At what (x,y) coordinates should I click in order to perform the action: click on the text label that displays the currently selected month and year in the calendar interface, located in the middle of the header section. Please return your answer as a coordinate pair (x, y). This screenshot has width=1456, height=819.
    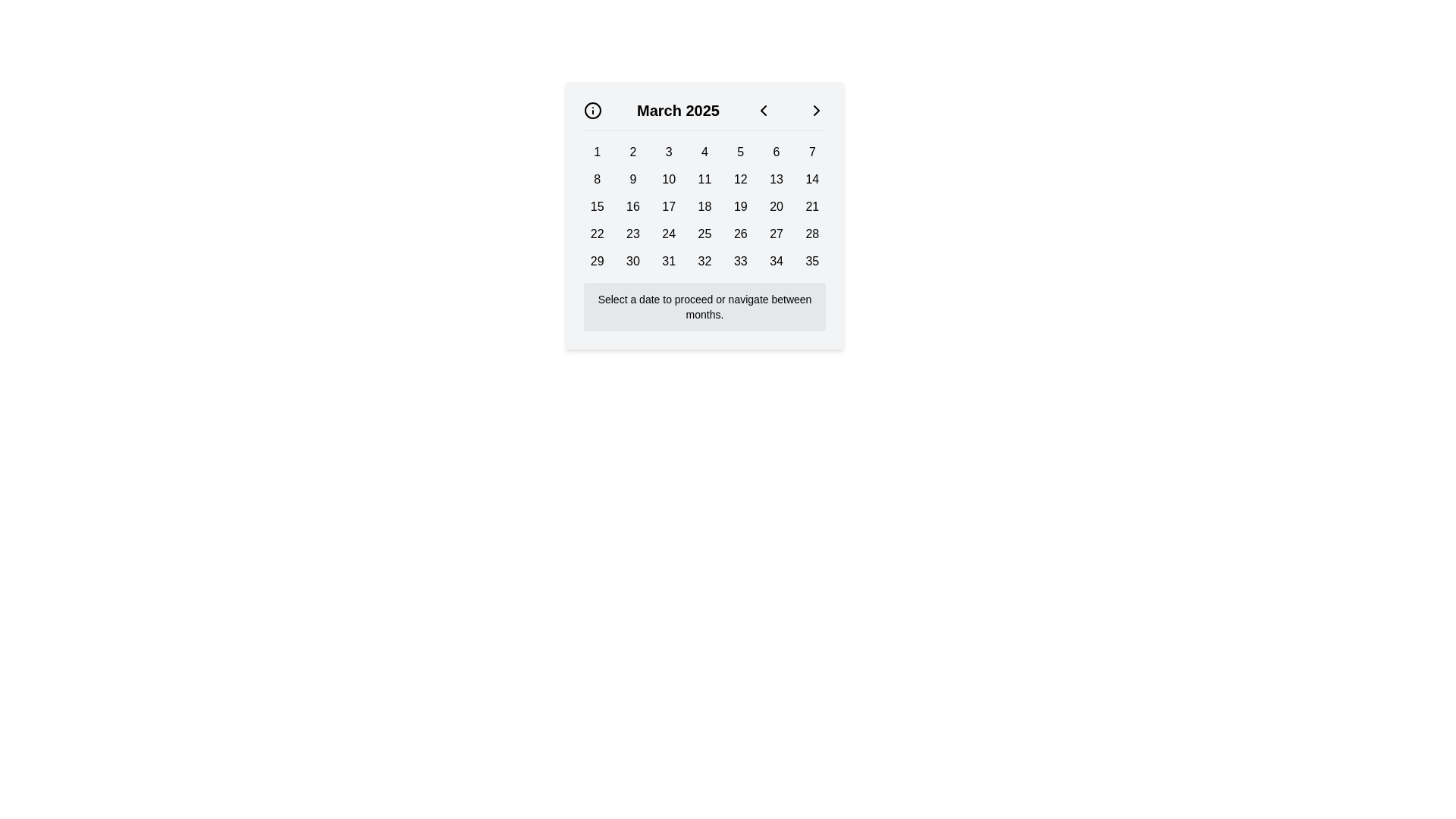
    Looking at the image, I should click on (677, 110).